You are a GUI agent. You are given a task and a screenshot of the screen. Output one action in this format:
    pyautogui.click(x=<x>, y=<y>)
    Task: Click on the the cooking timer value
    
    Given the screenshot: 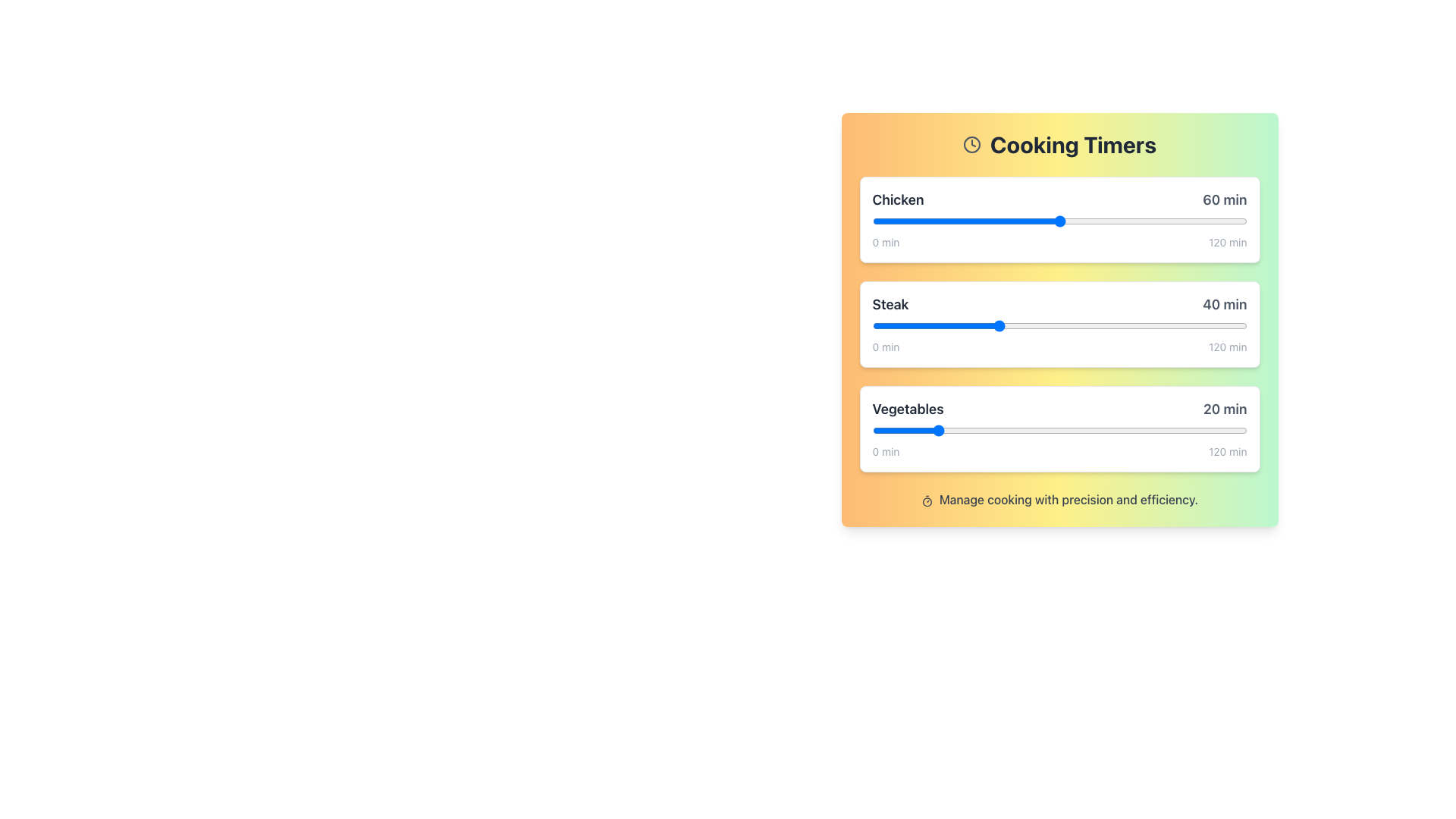 What is the action you would take?
    pyautogui.click(x=1241, y=221)
    